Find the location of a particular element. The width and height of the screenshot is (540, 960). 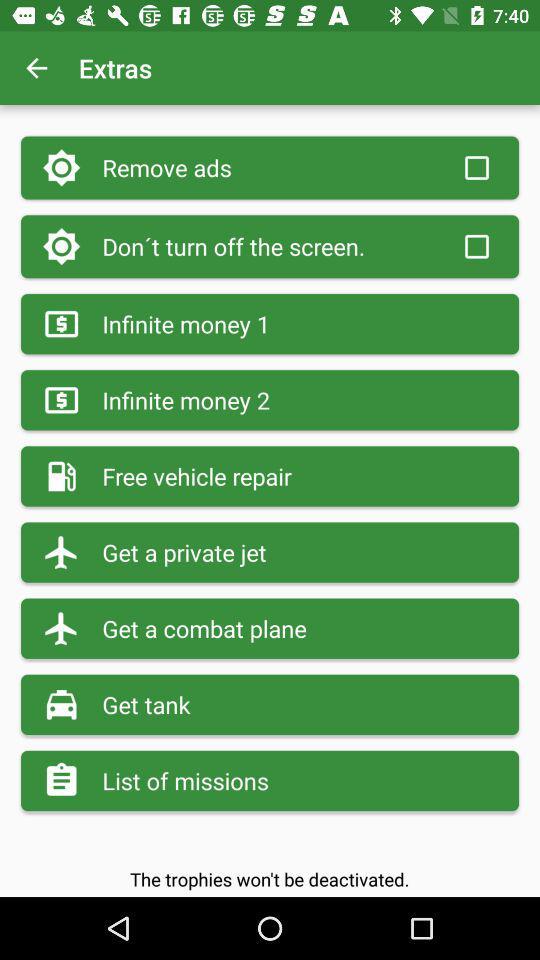

item to the left of extras is located at coordinates (36, 68).